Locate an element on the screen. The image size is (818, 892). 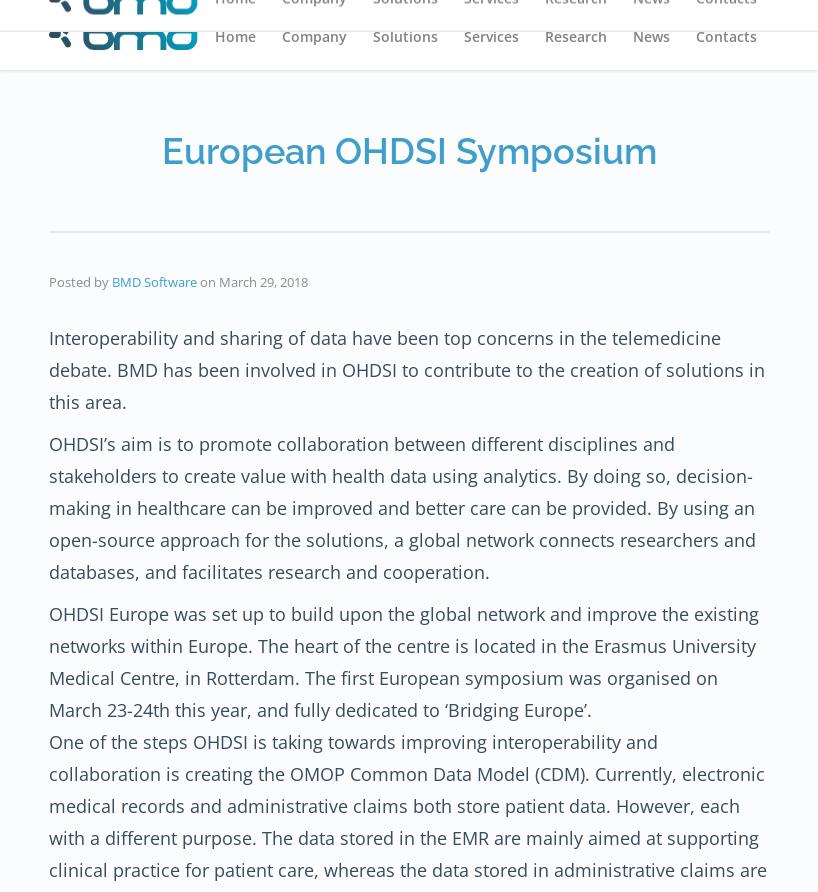
'Services' is located at coordinates (491, 36).